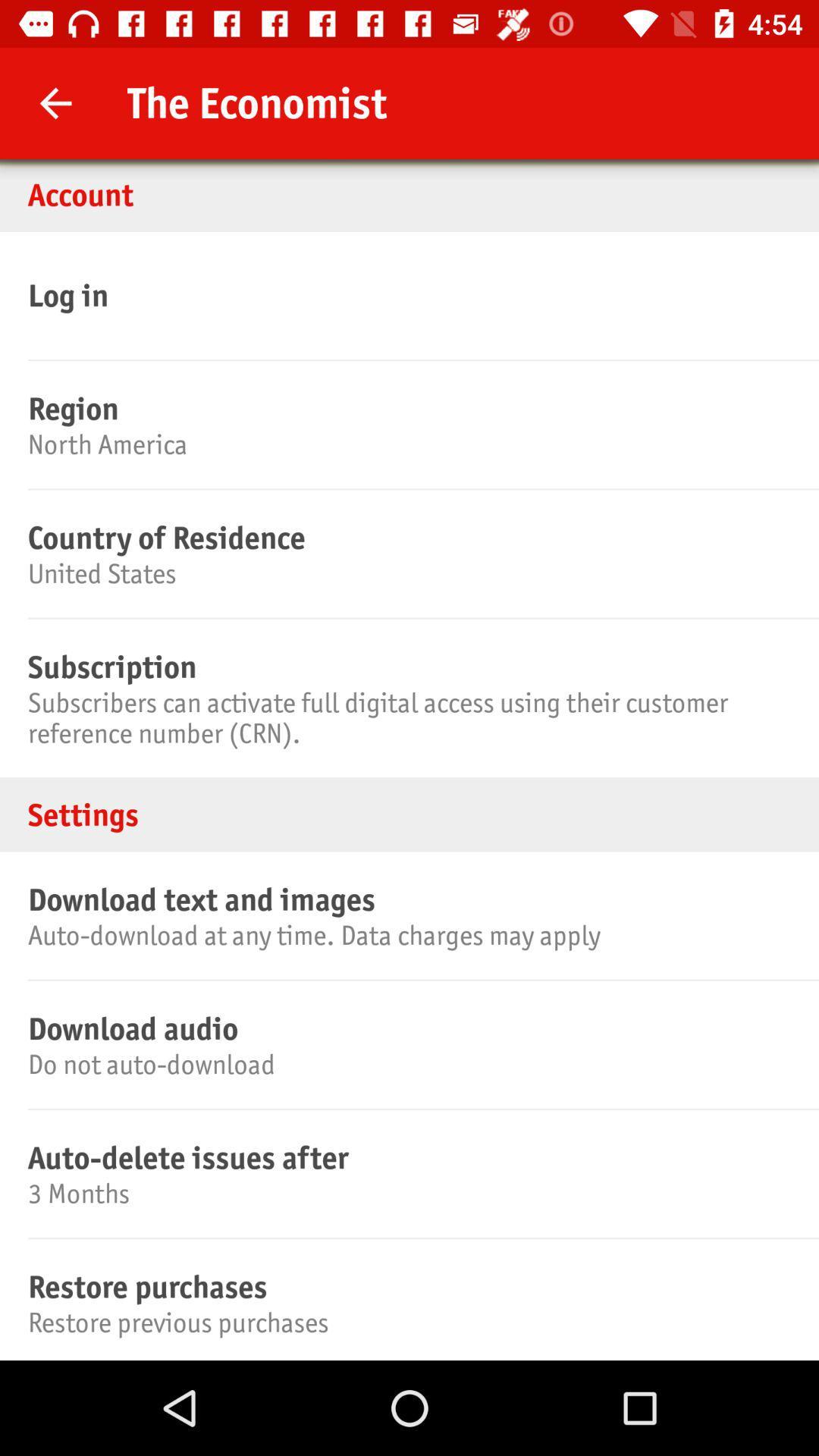 The width and height of the screenshot is (819, 1456). Describe the element at coordinates (406, 444) in the screenshot. I see `the north america item` at that location.